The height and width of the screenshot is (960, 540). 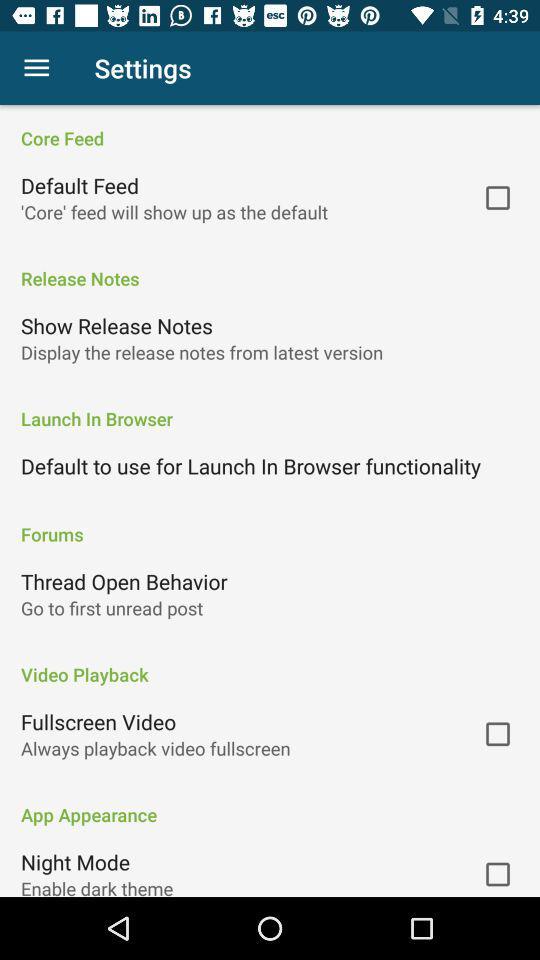 What do you see at coordinates (74, 861) in the screenshot?
I see `night mode icon` at bounding box center [74, 861].